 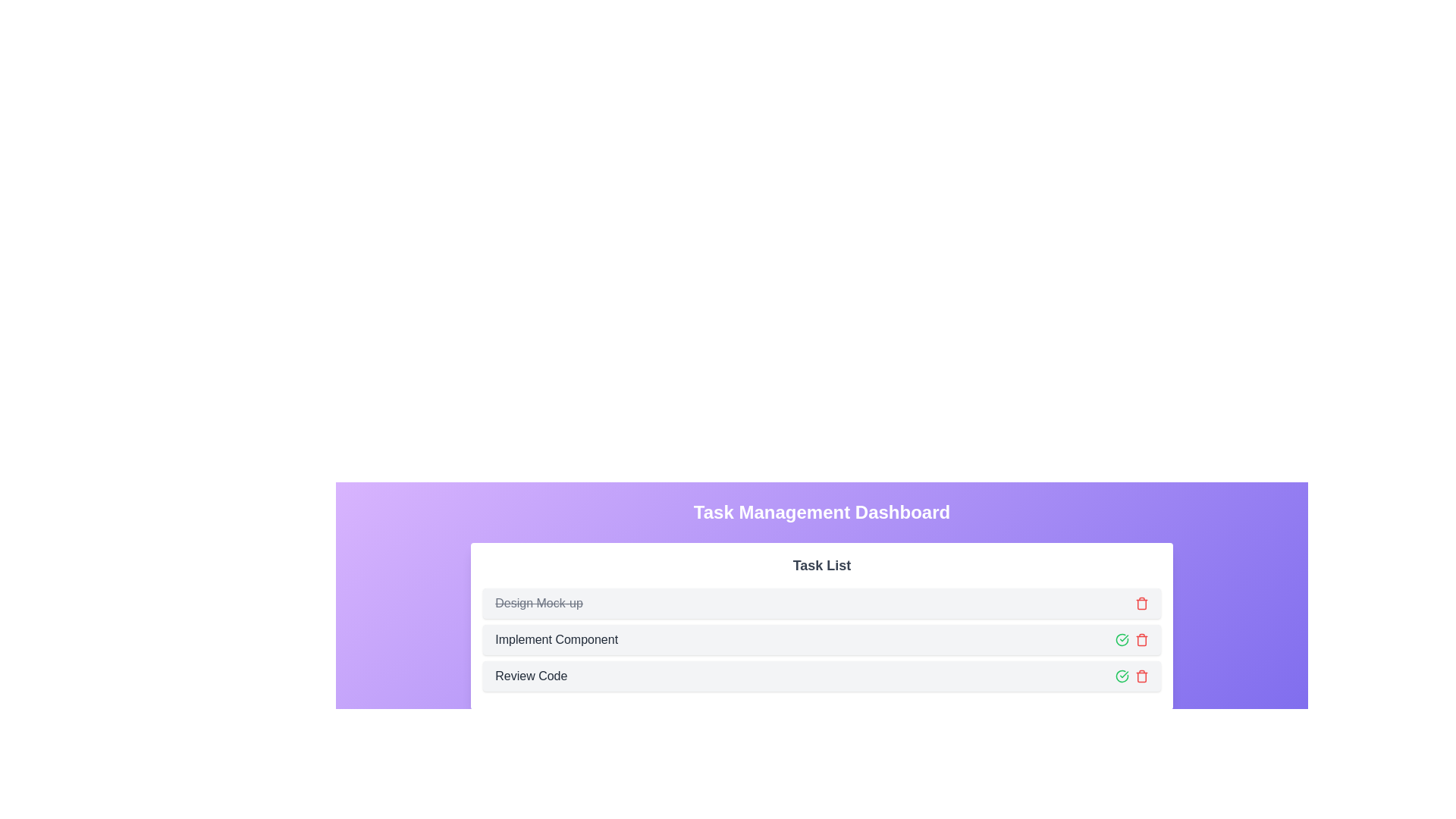 I want to click on the delete button located at the far-right corner of the 'Design Mock-up' list item, so click(x=1141, y=602).